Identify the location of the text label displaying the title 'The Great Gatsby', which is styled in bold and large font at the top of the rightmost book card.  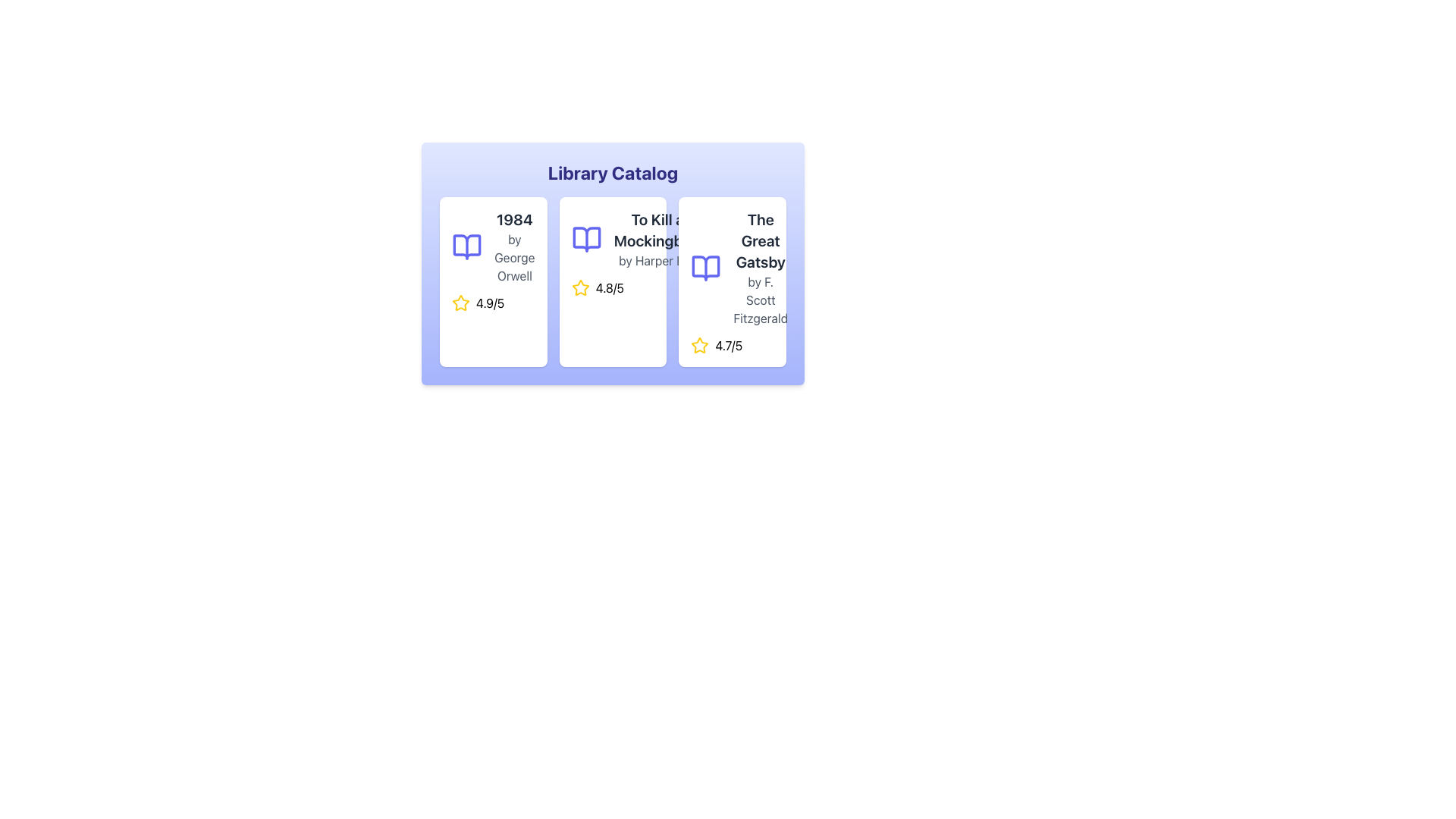
(761, 240).